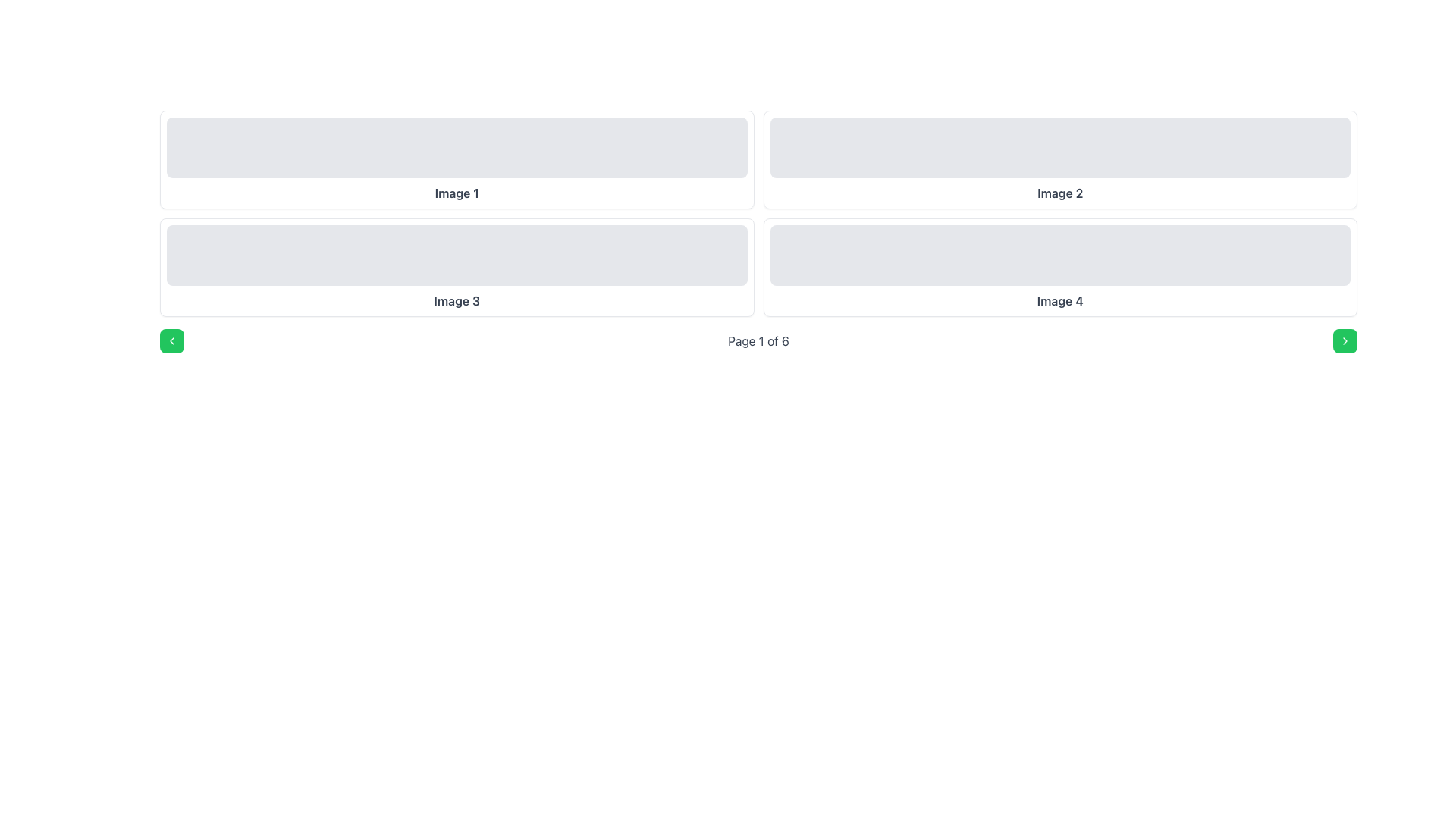  I want to click on displayed text 'Image 1' from the text label that is centrally positioned in the upper left section of the grid layout, so click(456, 192).